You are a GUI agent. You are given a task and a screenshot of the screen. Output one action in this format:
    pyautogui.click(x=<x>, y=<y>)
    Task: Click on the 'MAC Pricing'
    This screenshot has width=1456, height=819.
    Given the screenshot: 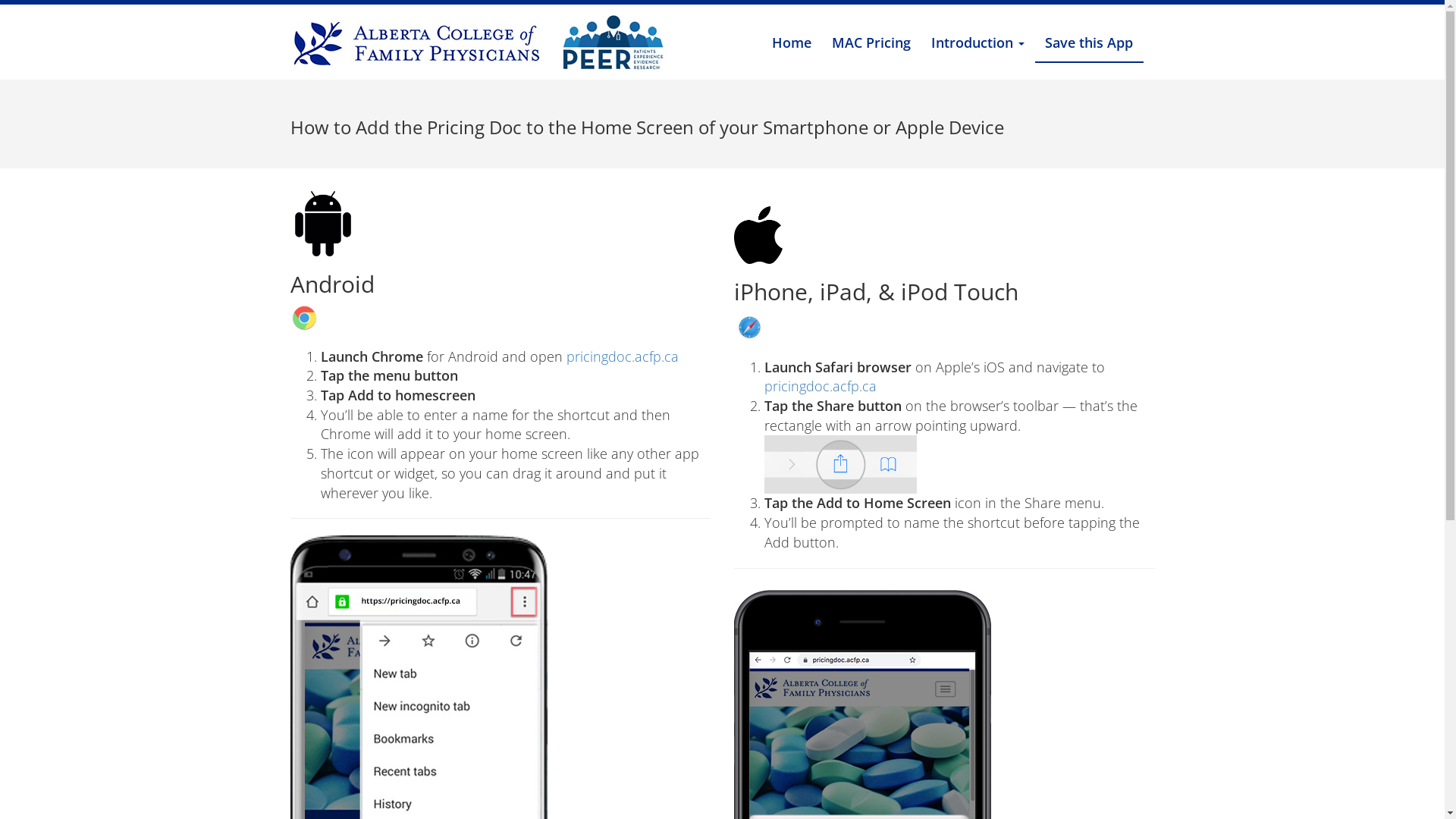 What is the action you would take?
    pyautogui.click(x=821, y=42)
    